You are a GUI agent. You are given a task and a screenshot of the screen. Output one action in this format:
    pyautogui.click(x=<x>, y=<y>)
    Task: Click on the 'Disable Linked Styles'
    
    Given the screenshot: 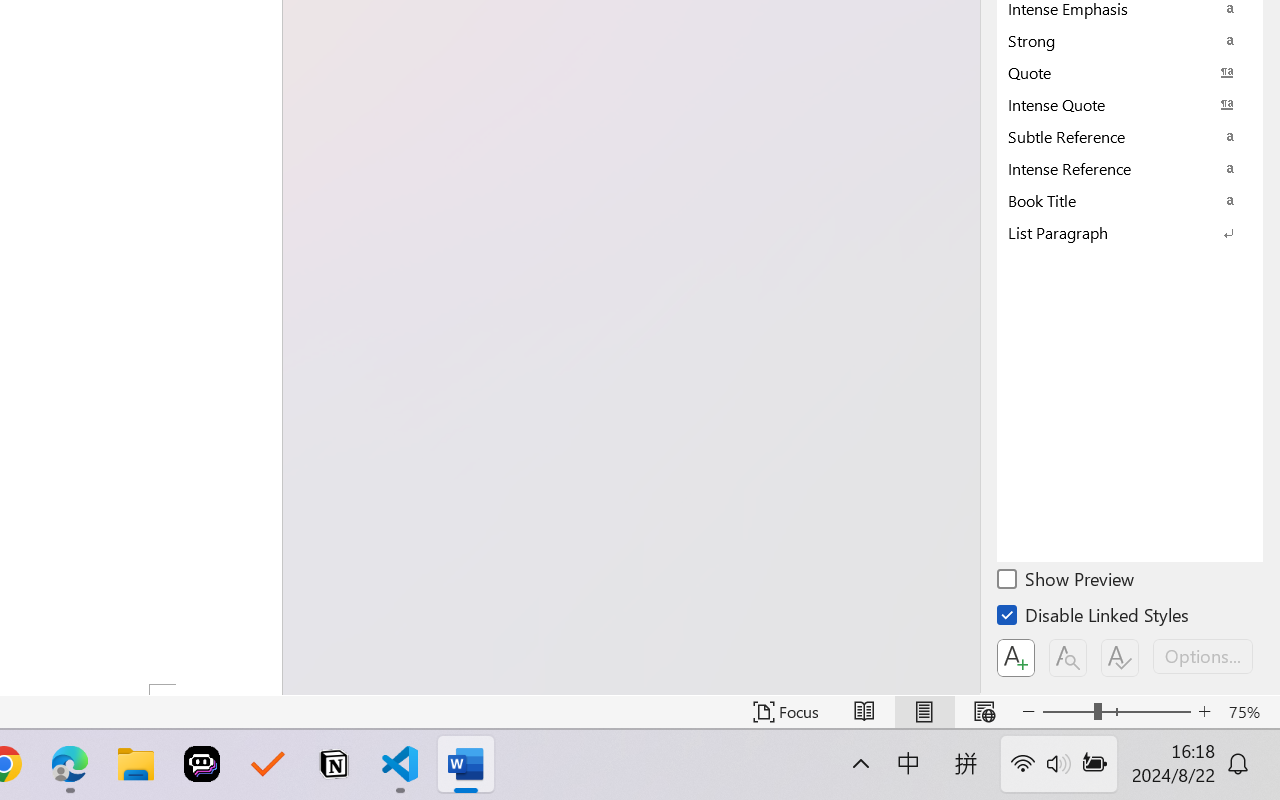 What is the action you would take?
    pyautogui.click(x=1094, y=618)
    